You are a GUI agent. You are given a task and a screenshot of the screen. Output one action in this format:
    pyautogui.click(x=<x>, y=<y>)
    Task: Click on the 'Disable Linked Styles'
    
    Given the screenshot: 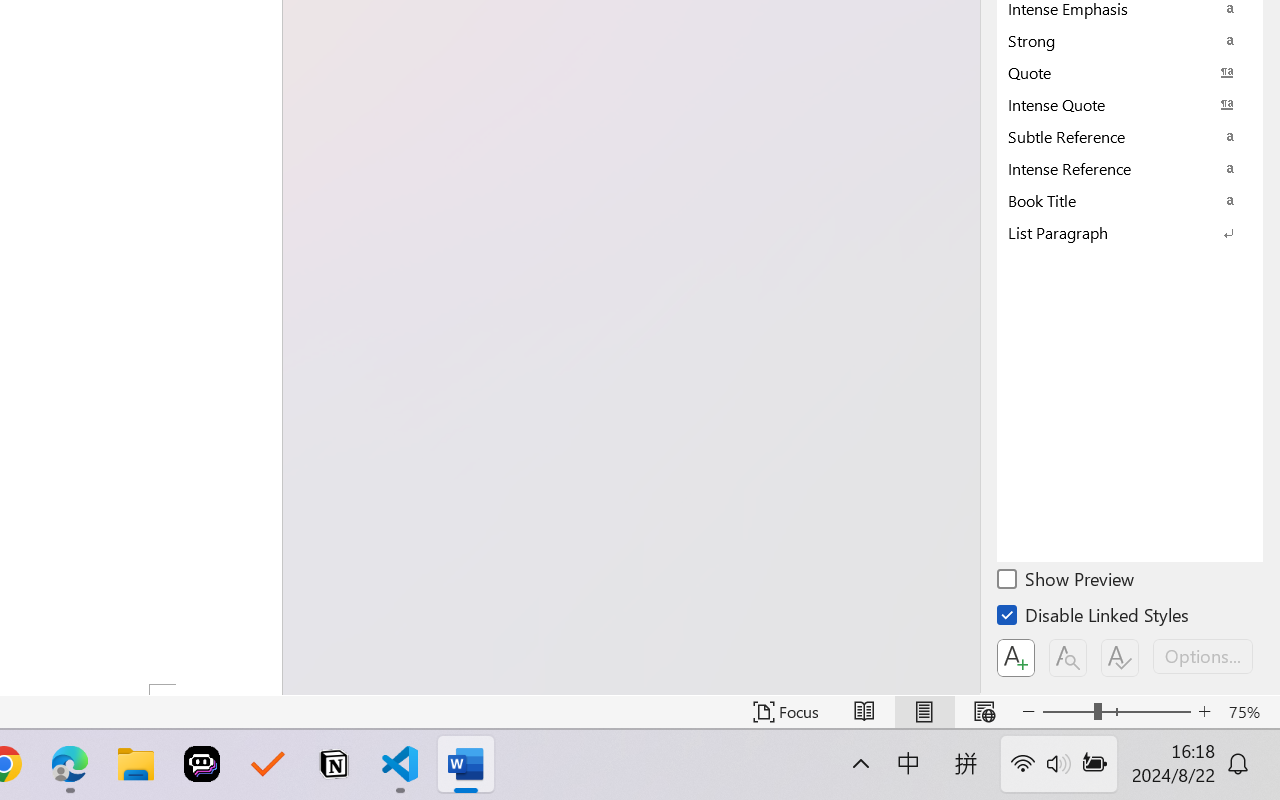 What is the action you would take?
    pyautogui.click(x=1094, y=618)
    